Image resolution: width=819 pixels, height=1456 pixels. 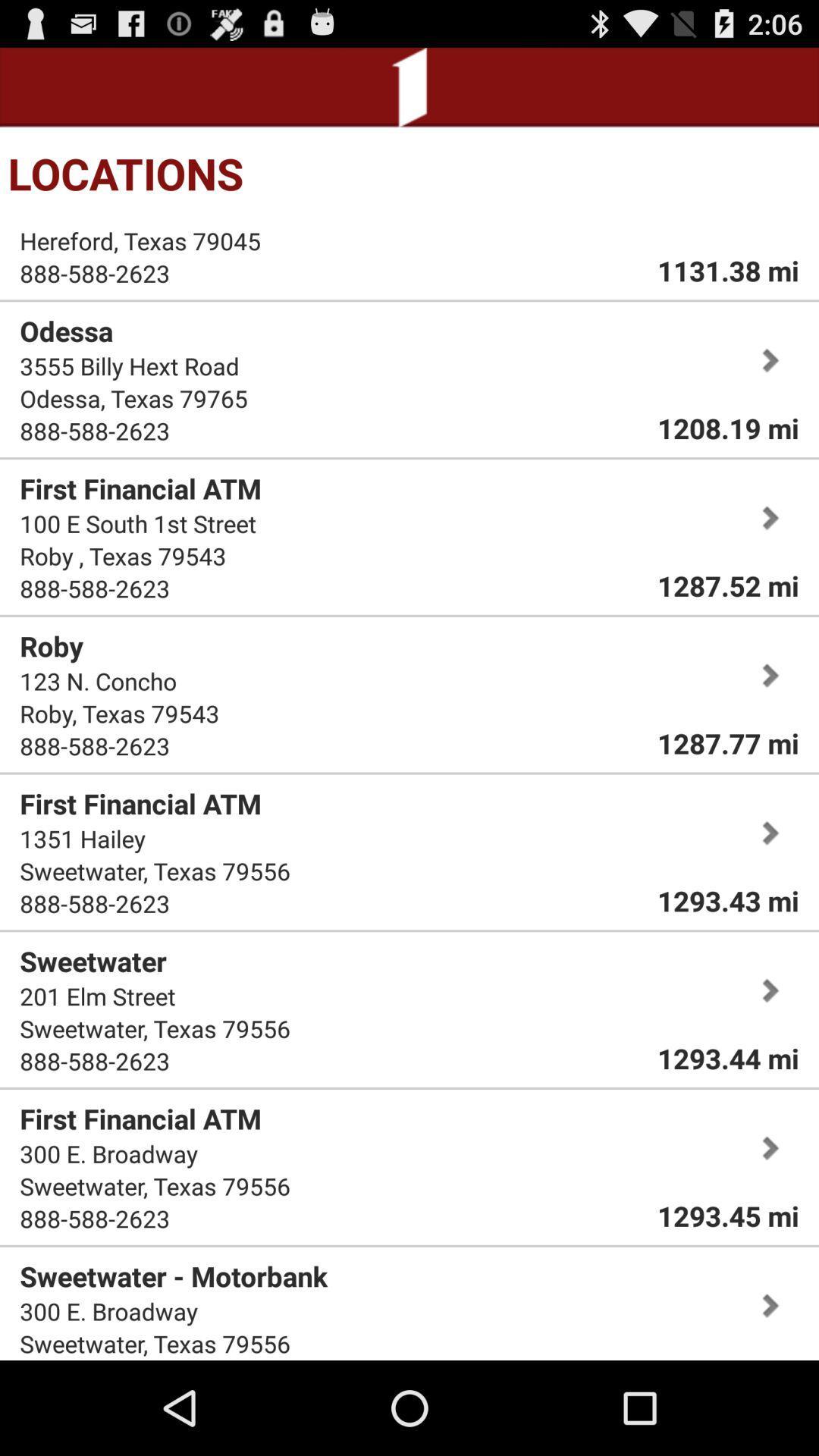 I want to click on the hereford, texas 79045 app, so click(x=140, y=240).